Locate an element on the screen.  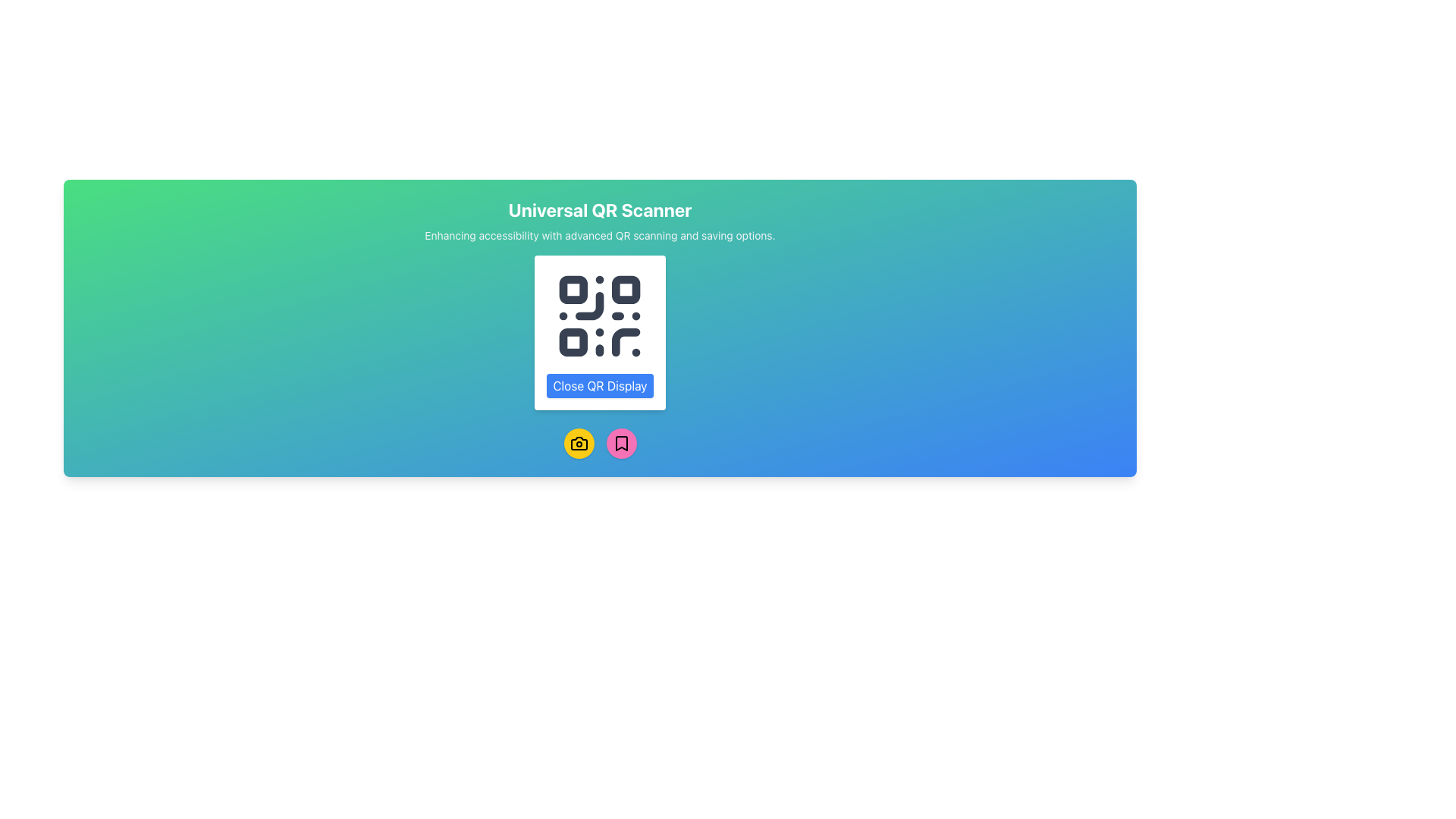
the camera icon located in the bottom section of the interface, positioned to the left of the bookmark icon is located at coordinates (578, 444).